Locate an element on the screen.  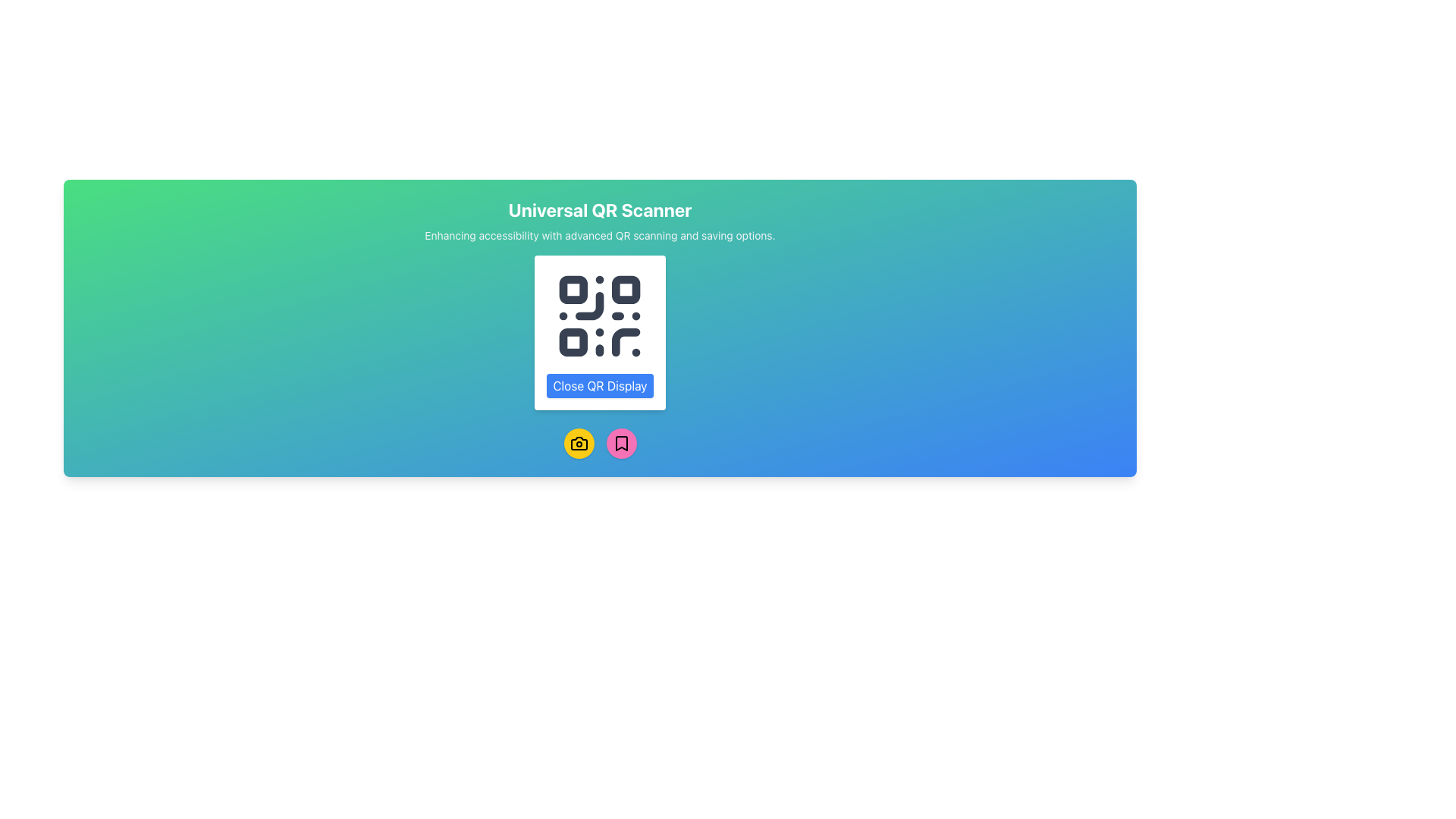
the camera icon located in the bottom section of the interface, positioned to the left of the bookmark icon is located at coordinates (578, 444).